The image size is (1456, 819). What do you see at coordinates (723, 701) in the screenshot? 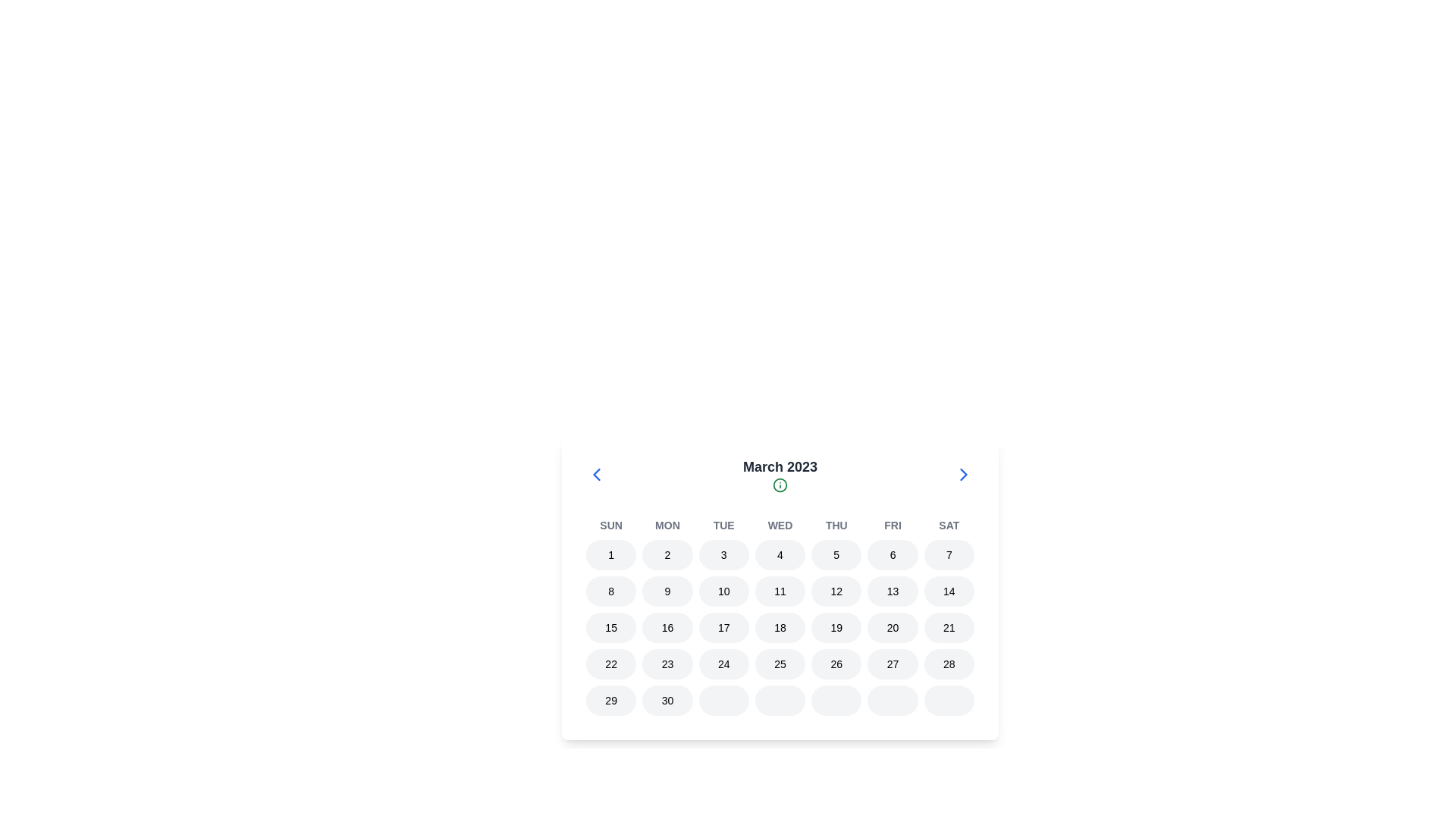
I see `the third circular button with a subtle gray background and a centered dot in the calendar interface` at bounding box center [723, 701].